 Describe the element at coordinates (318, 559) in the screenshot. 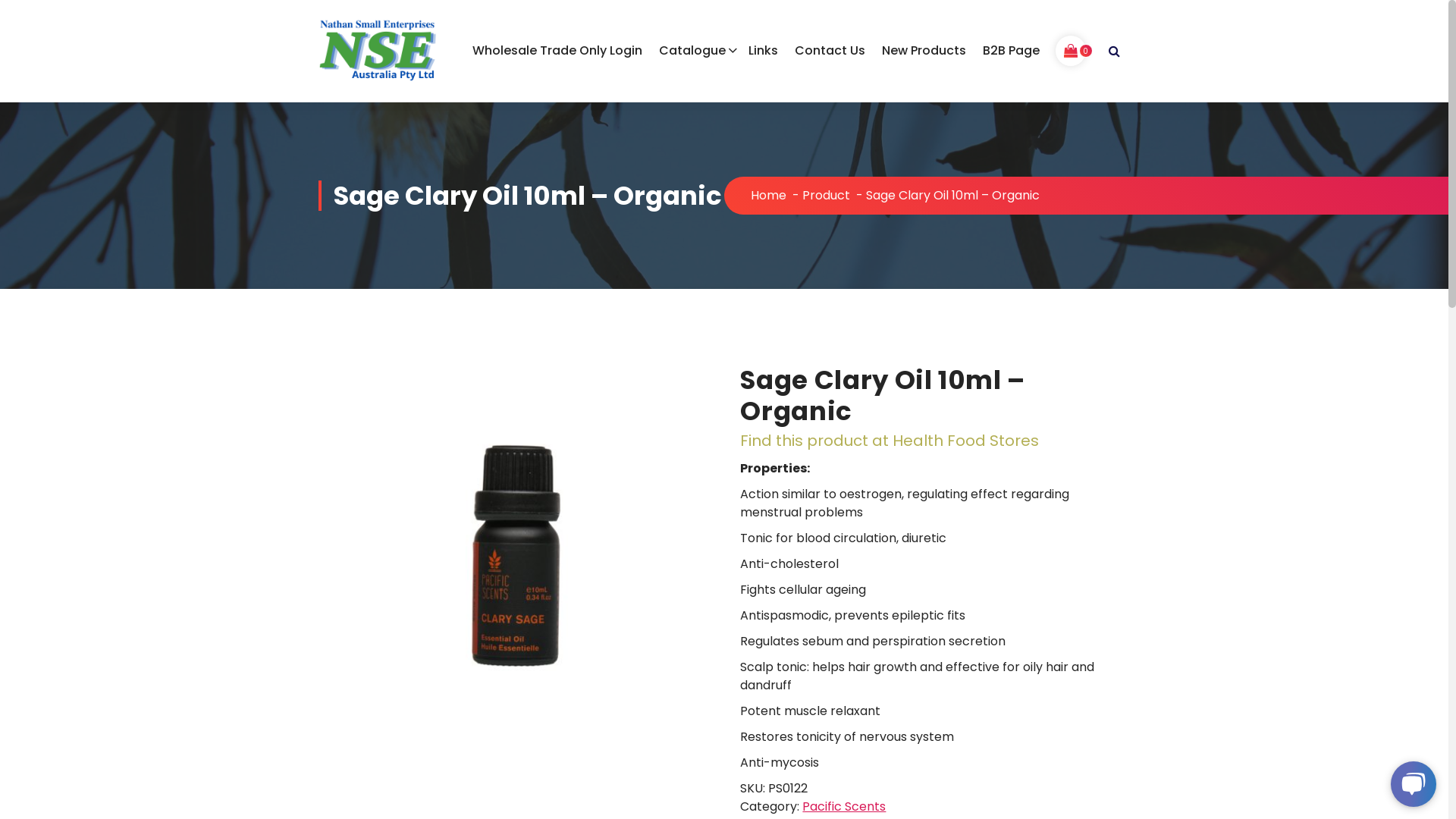

I see `'Clary Sage 10ml'` at that location.